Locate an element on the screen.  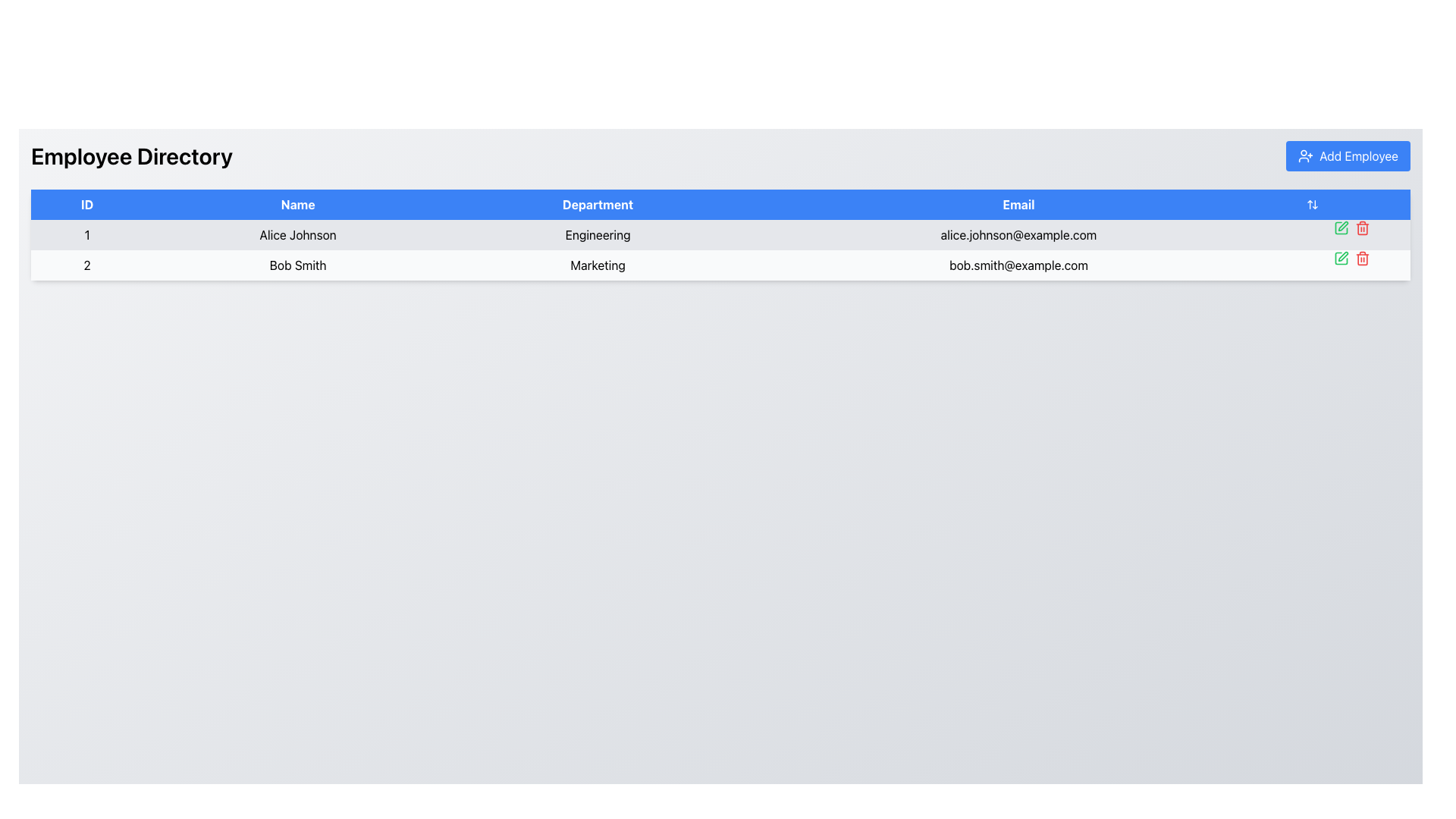
the delete icon located on the rightmost side of the second row in the table is located at coordinates (1363, 257).